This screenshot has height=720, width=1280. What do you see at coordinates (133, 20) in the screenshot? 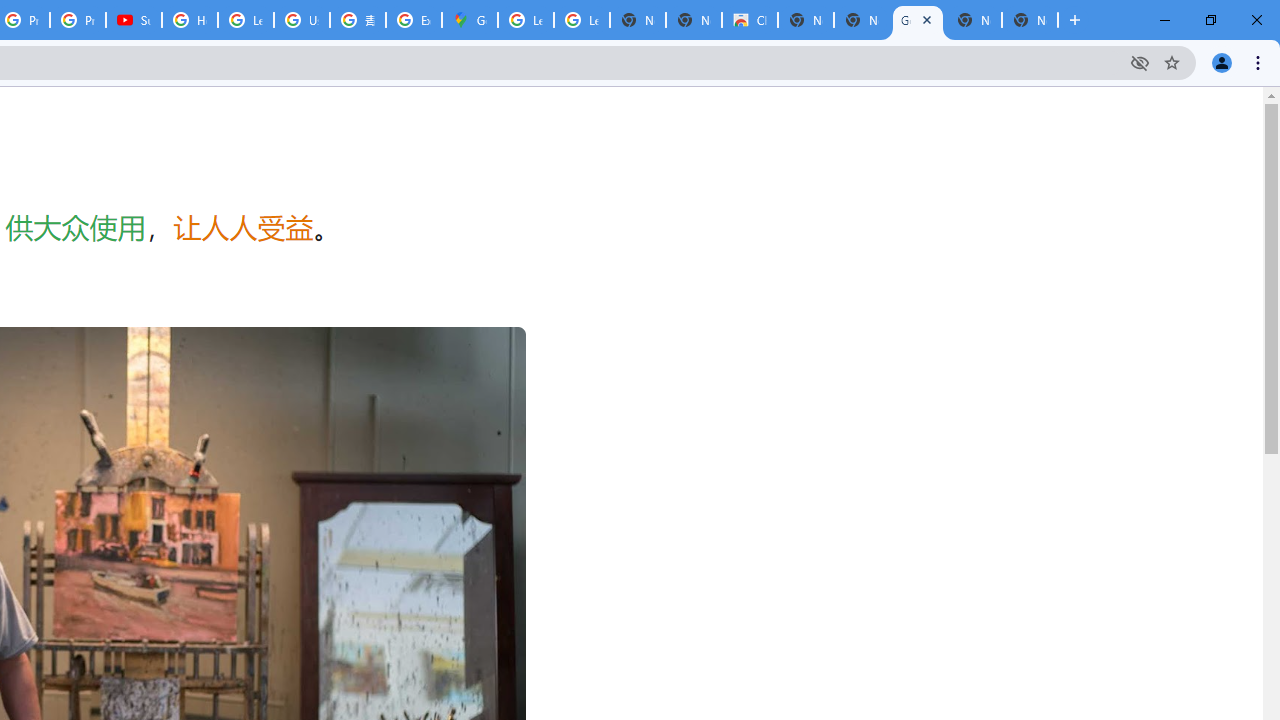
I see `'Subscriptions - YouTube'` at bounding box center [133, 20].